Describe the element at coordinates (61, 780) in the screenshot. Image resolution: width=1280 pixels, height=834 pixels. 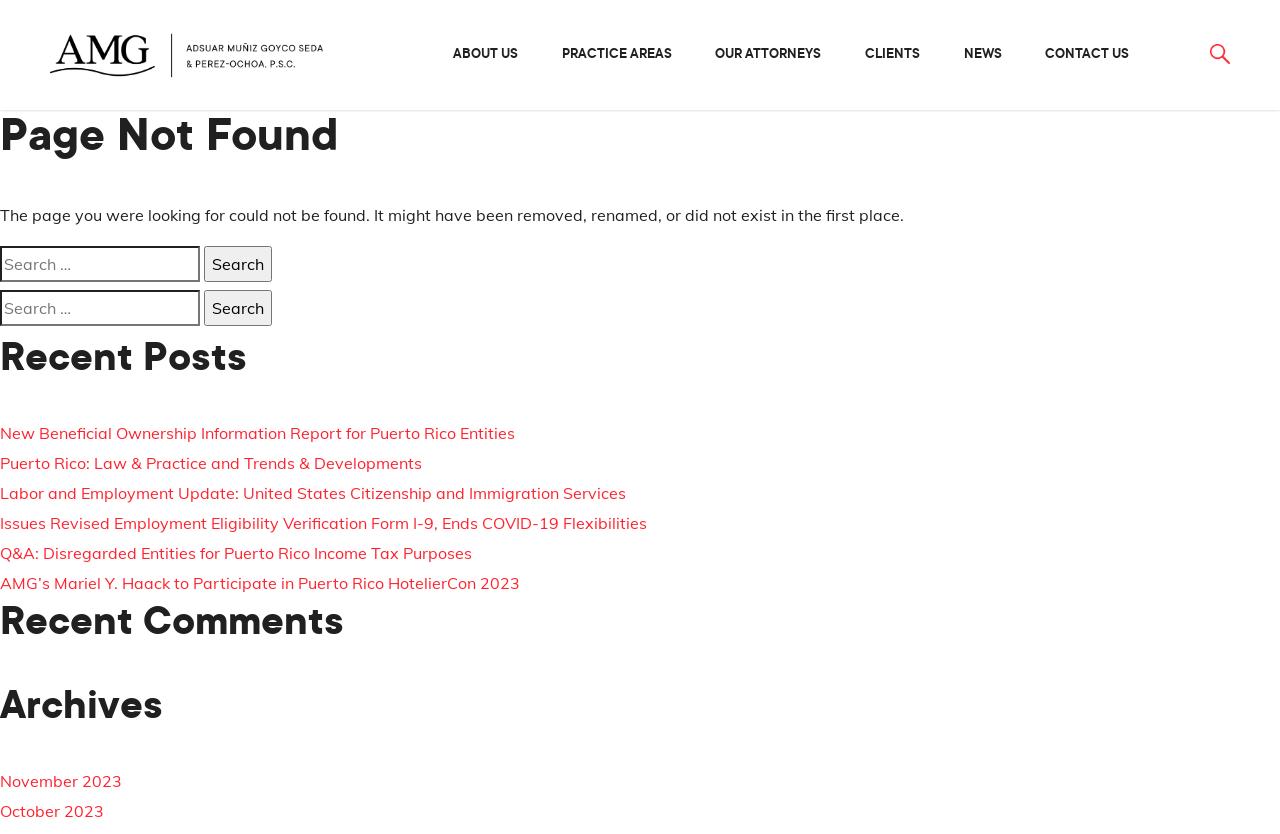
I see `'November 2023'` at that location.